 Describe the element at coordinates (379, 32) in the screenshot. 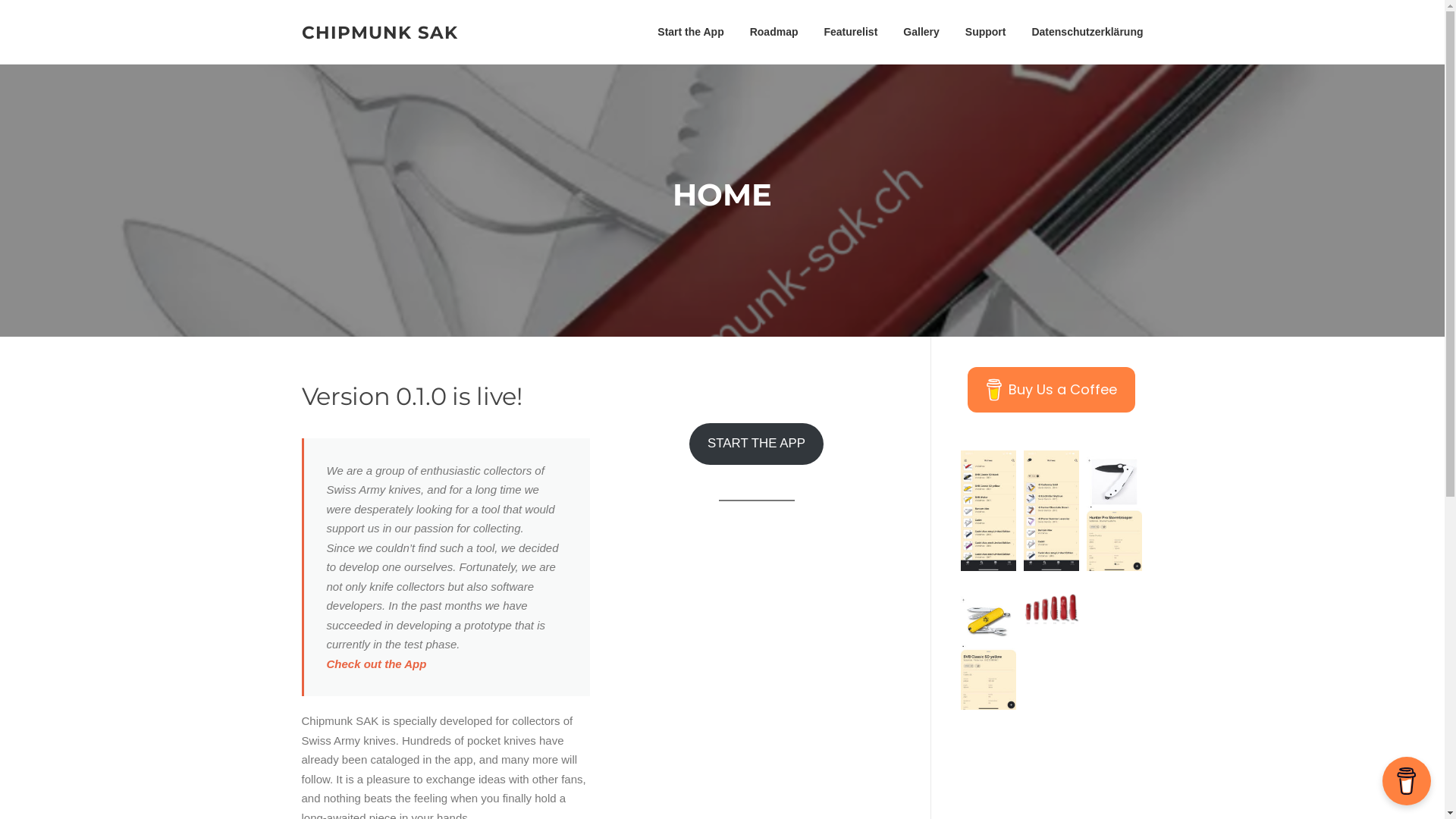

I see `'CHIPMUNK SAK'` at that location.